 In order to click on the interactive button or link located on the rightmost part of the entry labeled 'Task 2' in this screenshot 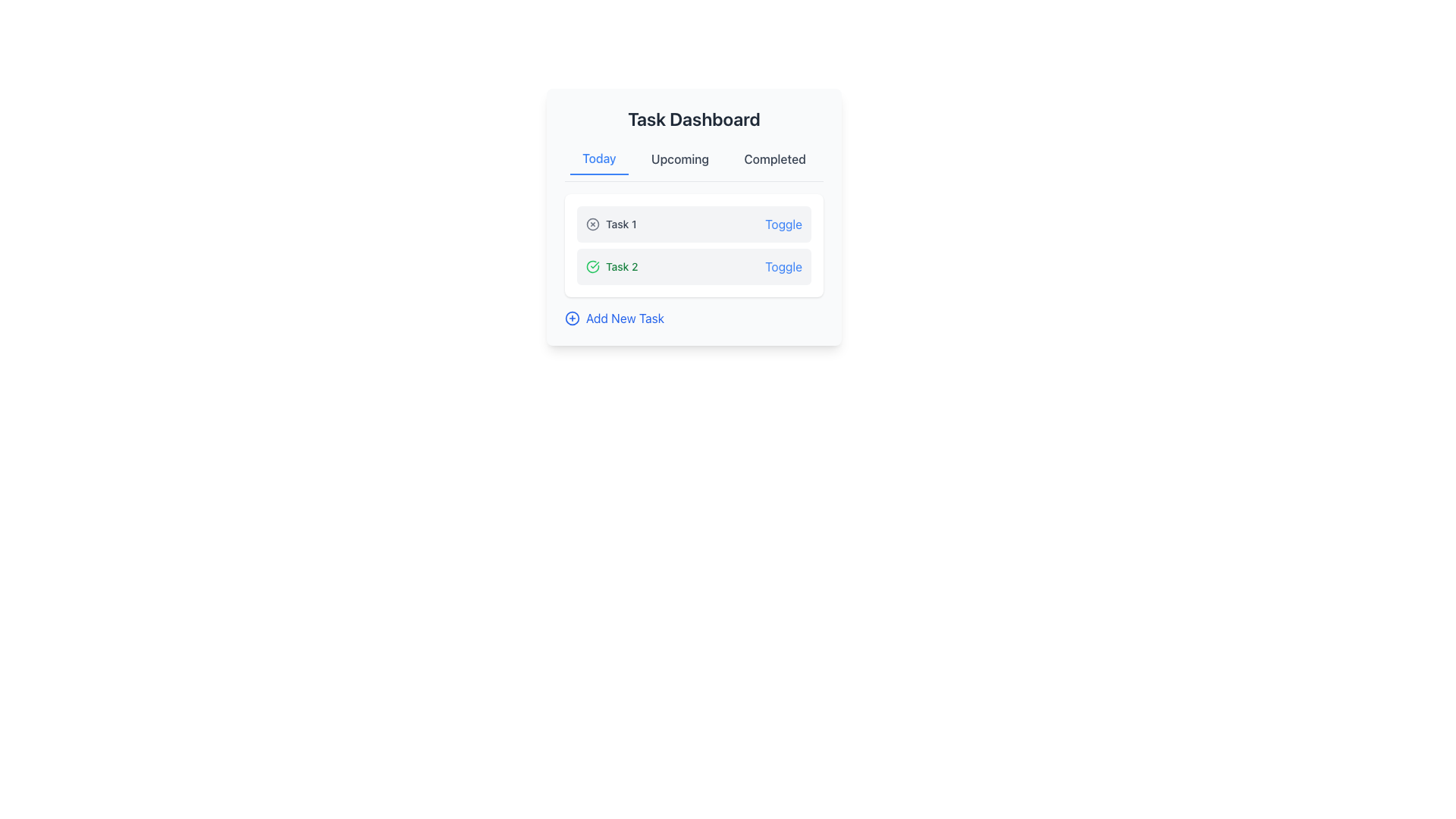, I will do `click(783, 265)`.